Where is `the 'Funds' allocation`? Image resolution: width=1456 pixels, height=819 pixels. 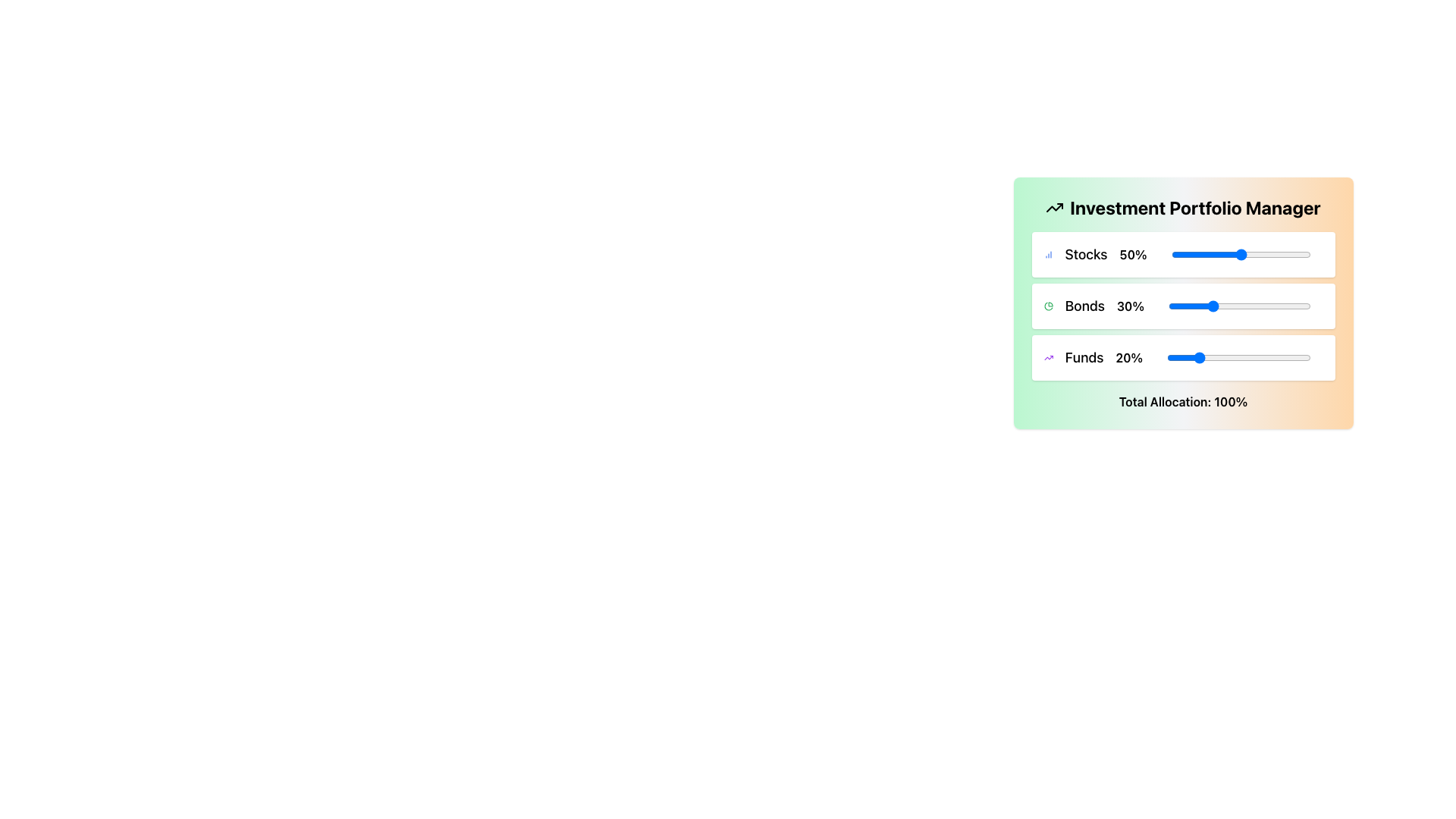 the 'Funds' allocation is located at coordinates (1197, 357).